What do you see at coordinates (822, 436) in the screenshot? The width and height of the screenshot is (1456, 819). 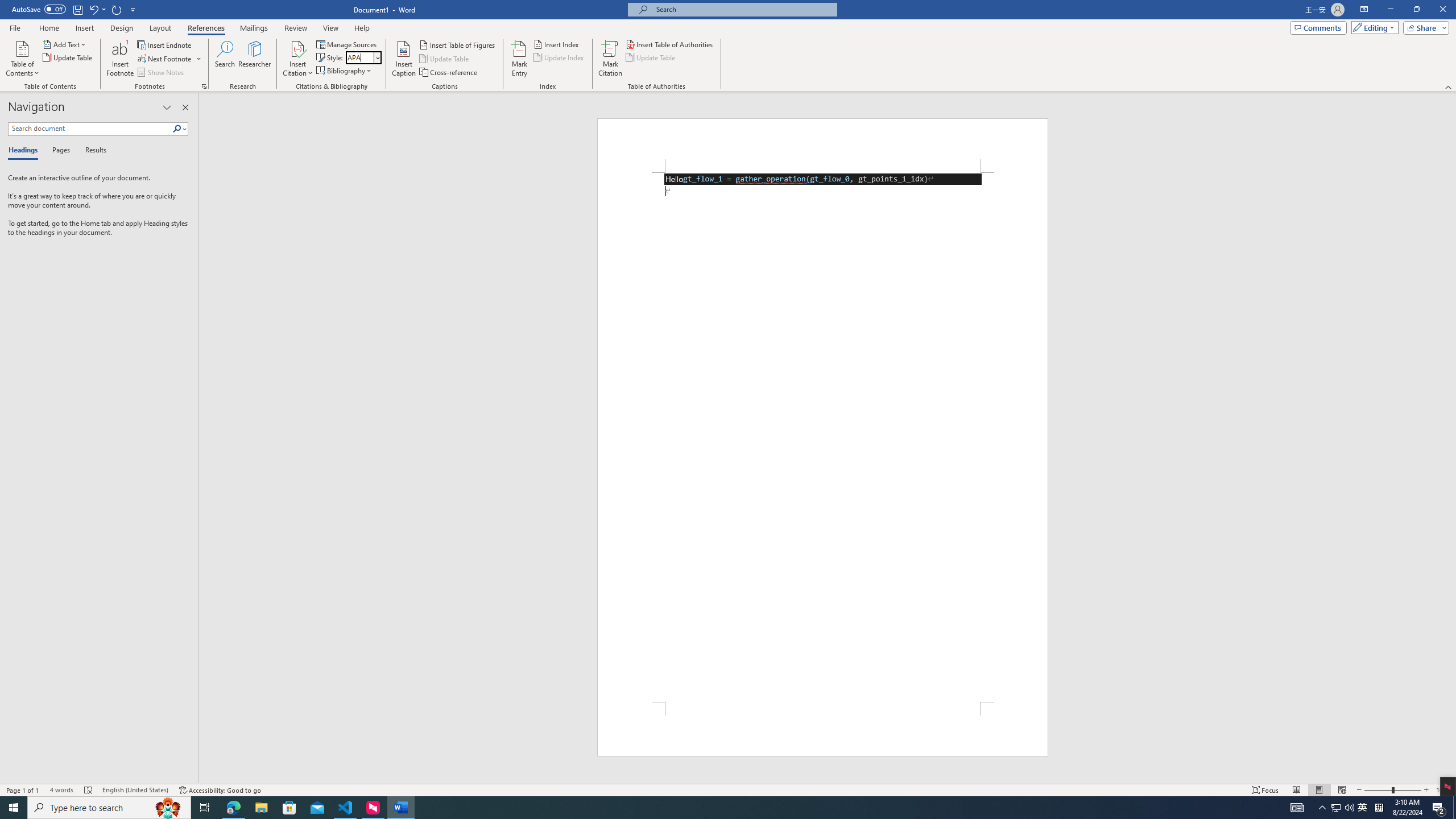 I see `'Page 1 content'` at bounding box center [822, 436].